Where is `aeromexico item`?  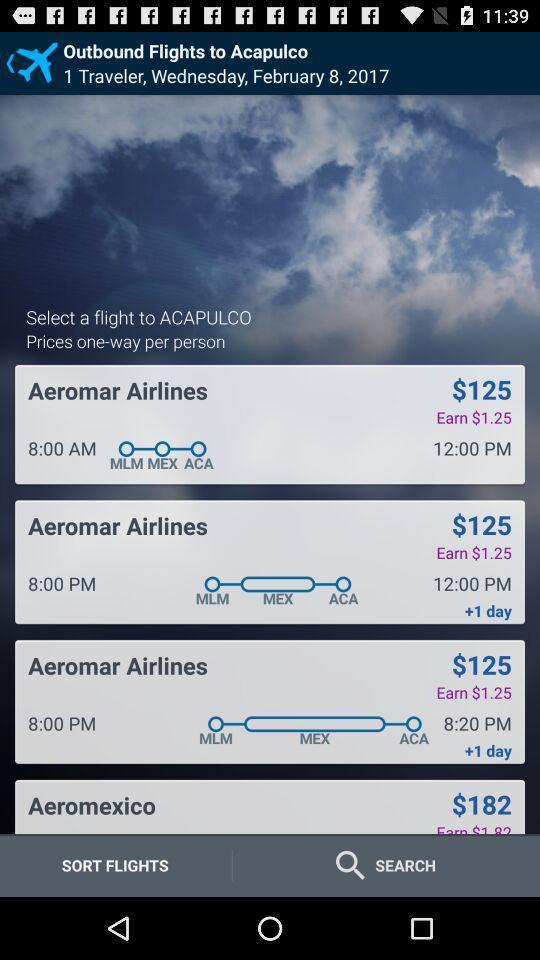 aeromexico item is located at coordinates (91, 805).